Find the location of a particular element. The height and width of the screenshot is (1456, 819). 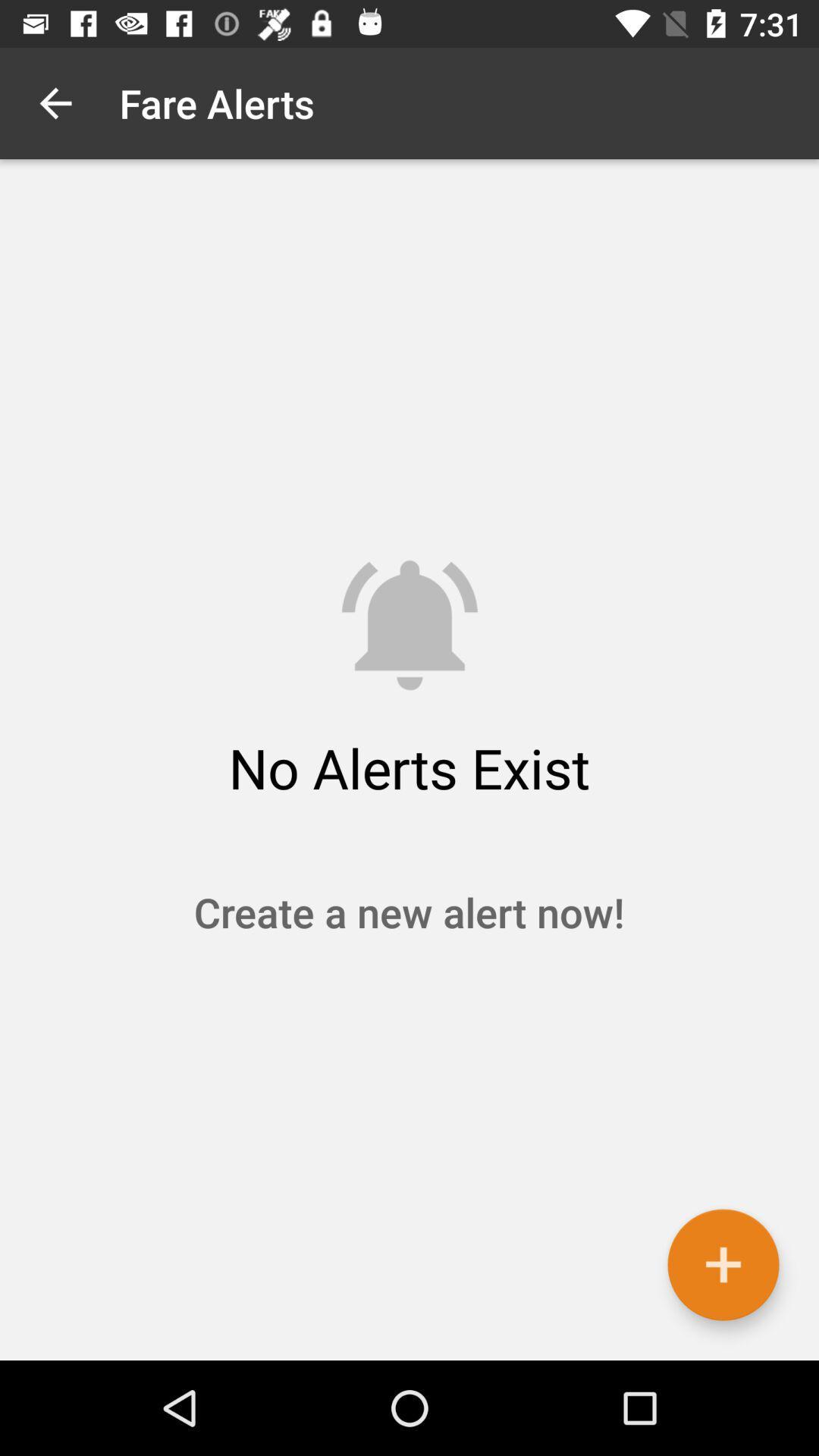

icon to the left of fare alerts is located at coordinates (55, 102).